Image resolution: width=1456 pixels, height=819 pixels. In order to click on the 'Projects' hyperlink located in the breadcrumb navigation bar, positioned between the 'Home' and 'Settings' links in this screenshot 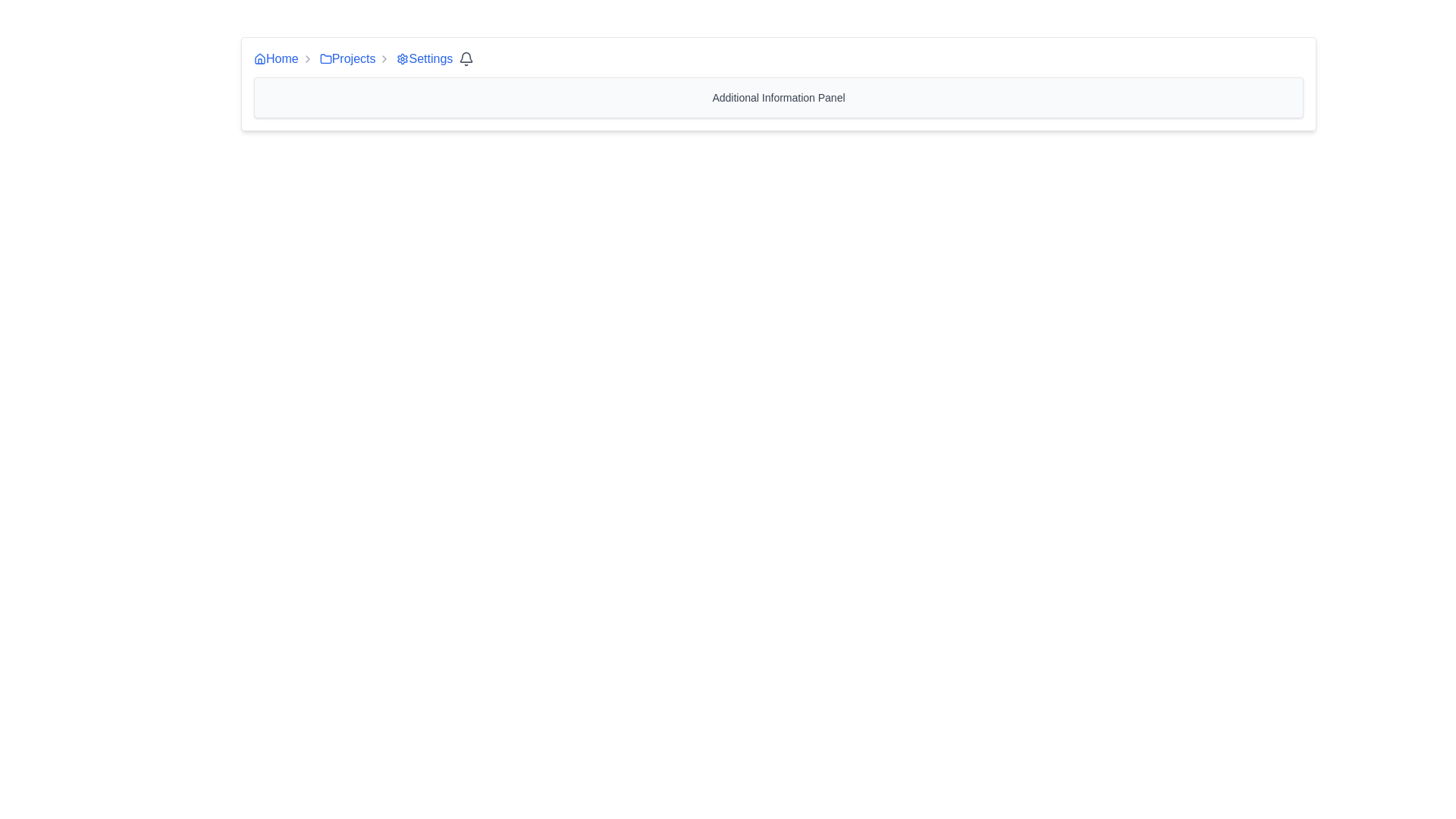, I will do `click(347, 58)`.